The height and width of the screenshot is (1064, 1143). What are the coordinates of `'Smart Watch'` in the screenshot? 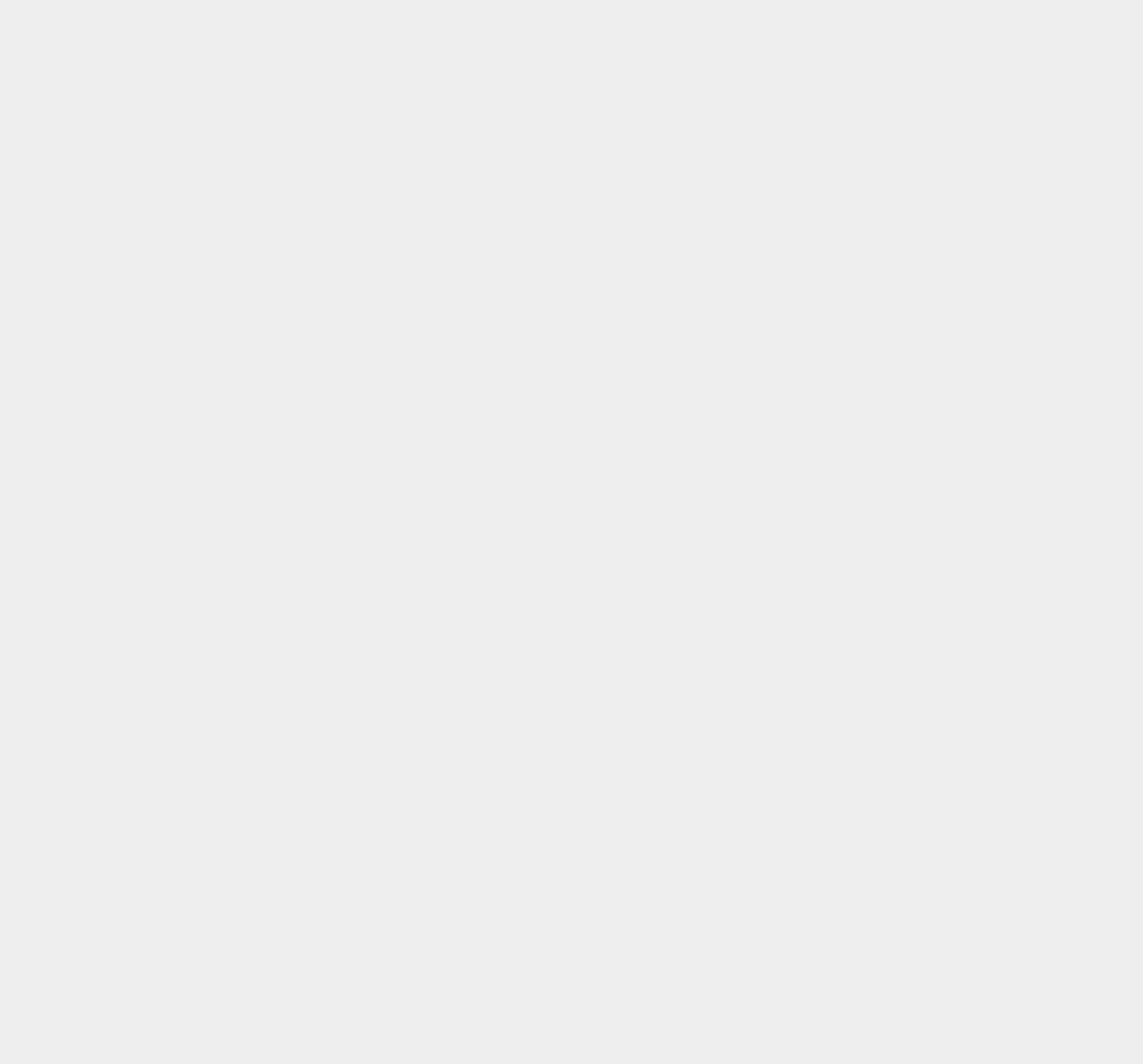 It's located at (847, 155).